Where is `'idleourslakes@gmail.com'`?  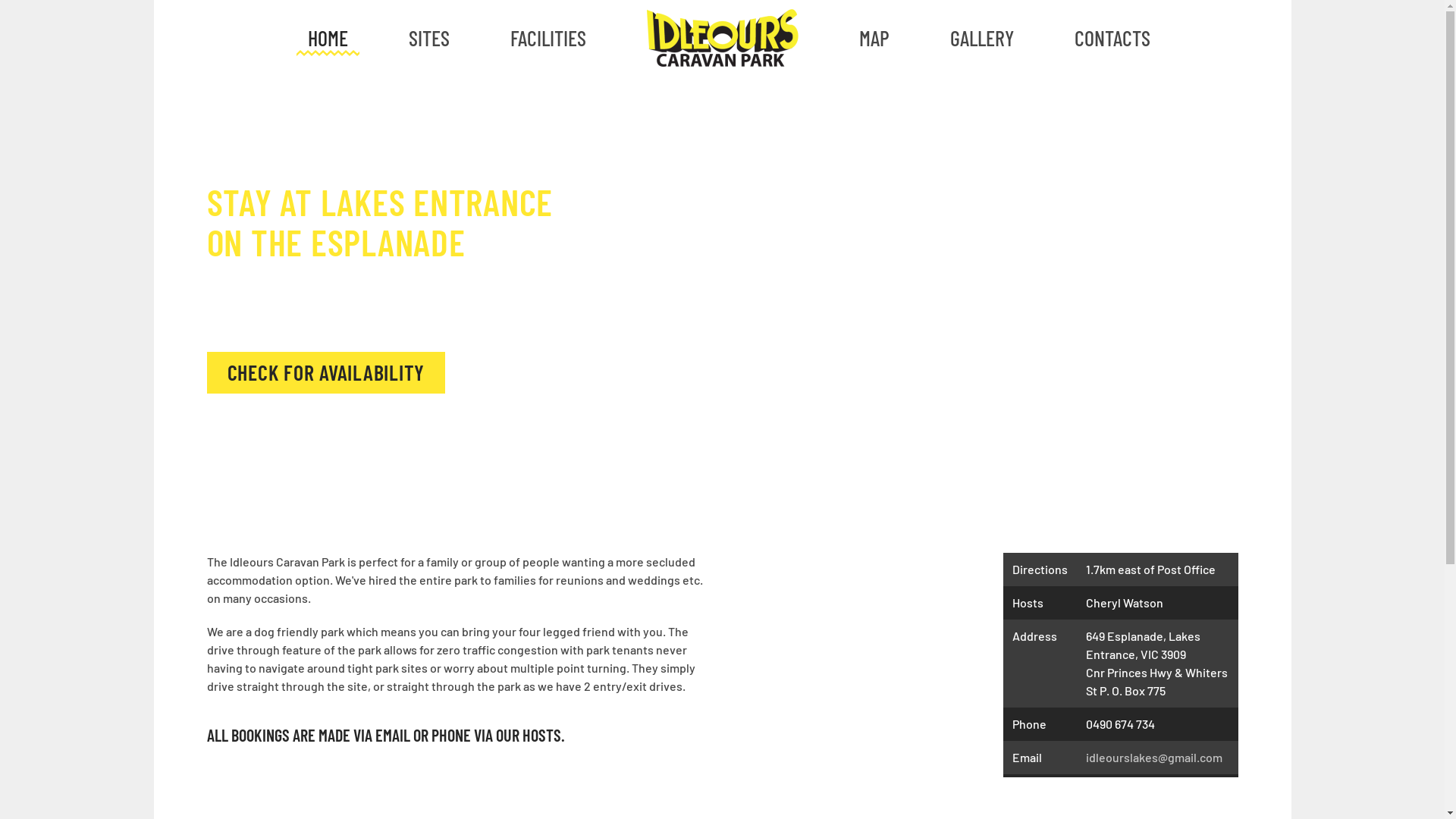 'idleourslakes@gmail.com' is located at coordinates (1153, 757).